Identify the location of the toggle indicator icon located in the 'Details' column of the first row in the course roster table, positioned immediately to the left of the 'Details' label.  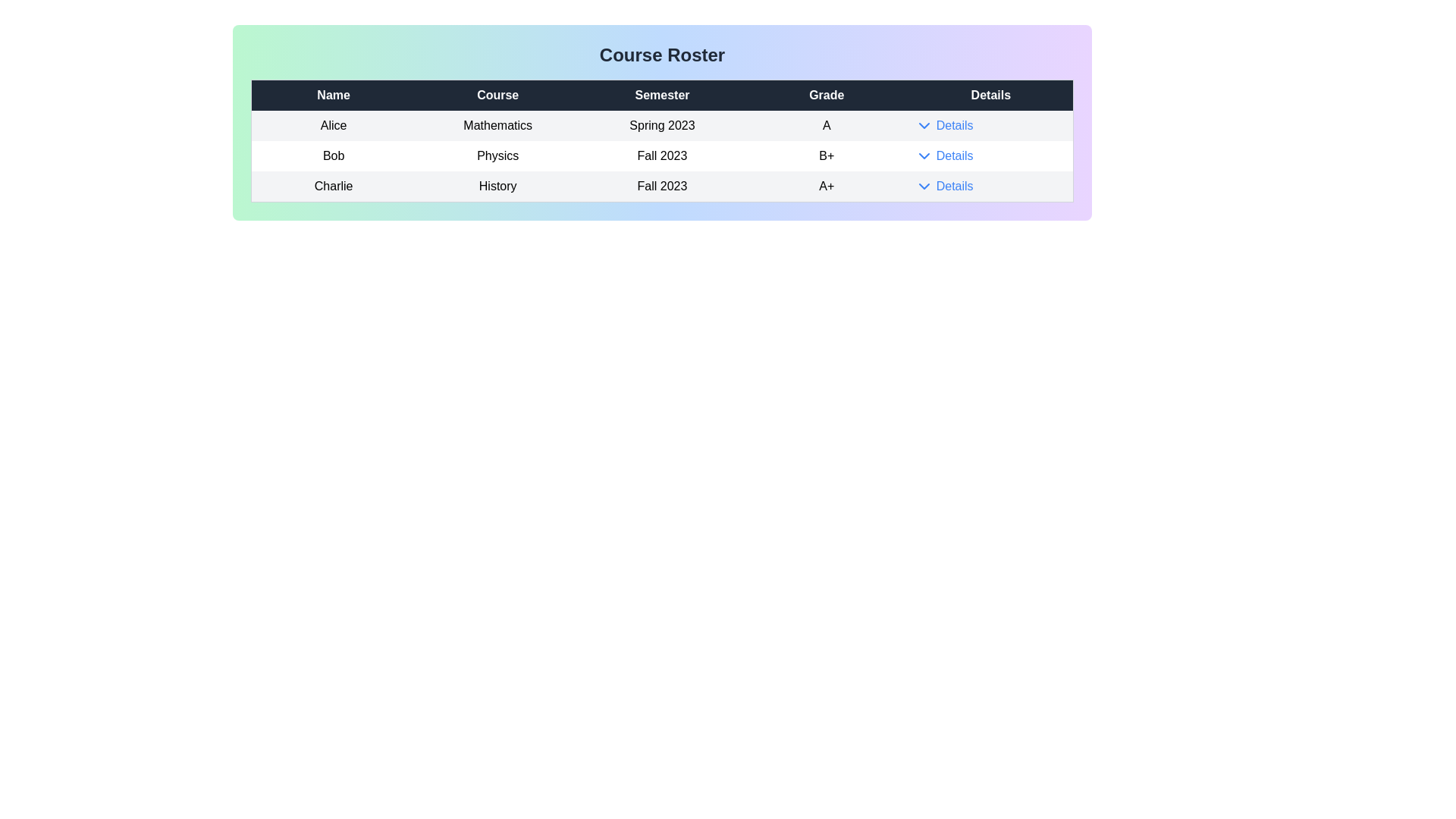
(923, 124).